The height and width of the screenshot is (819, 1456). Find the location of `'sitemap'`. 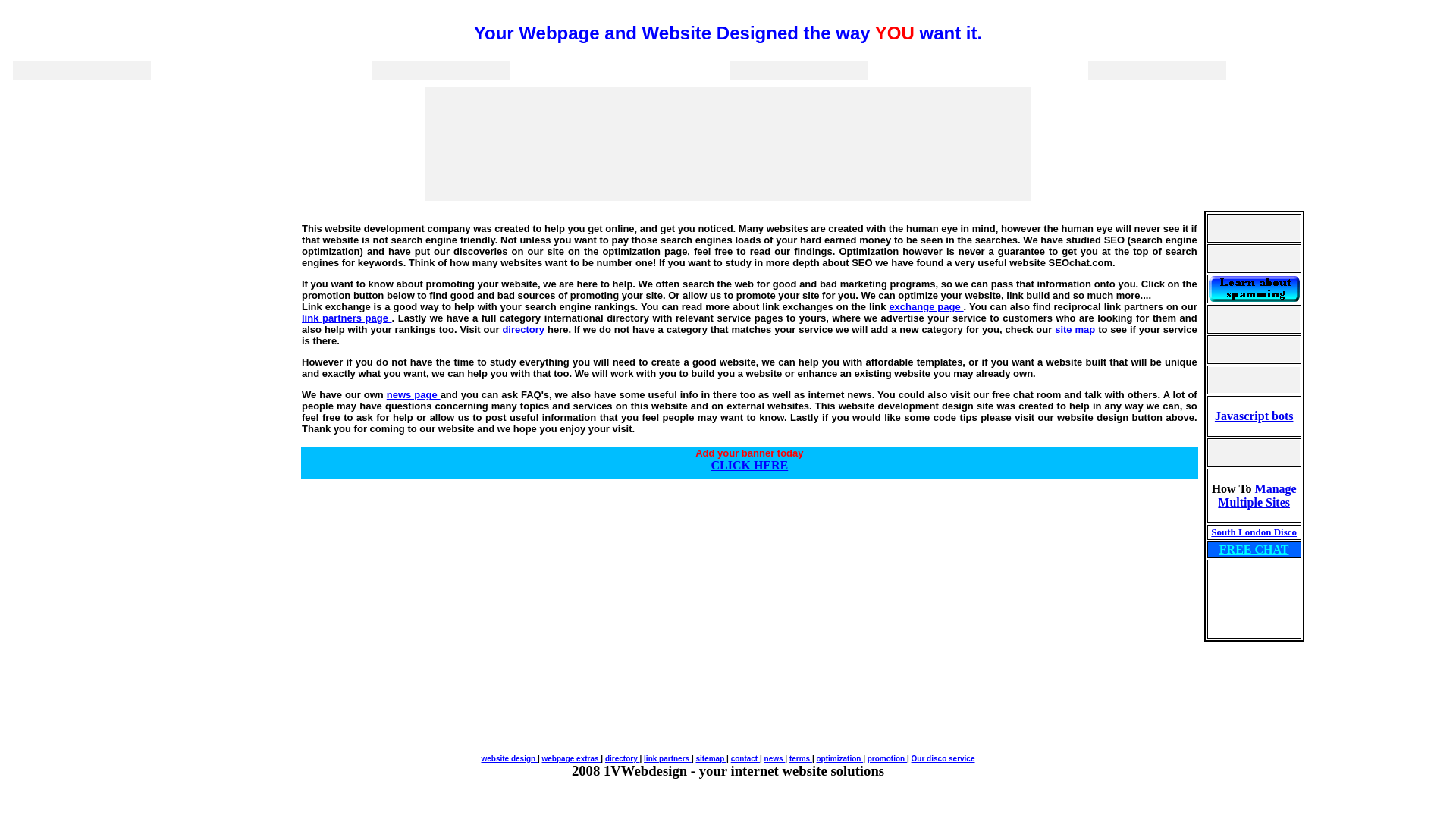

'sitemap' is located at coordinates (710, 758).